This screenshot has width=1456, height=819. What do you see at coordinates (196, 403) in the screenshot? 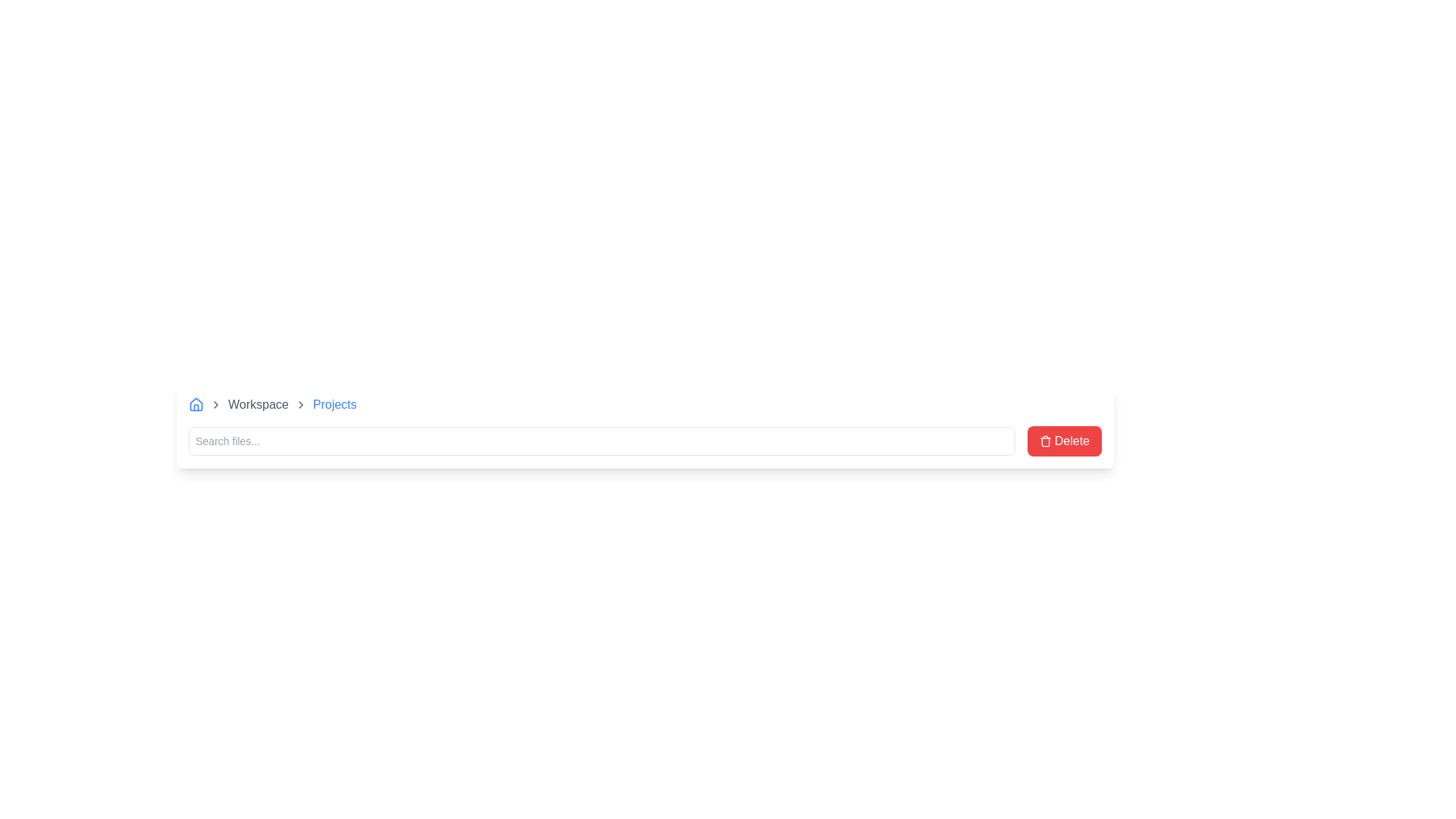
I see `the breadcrumb navigation icon` at bounding box center [196, 403].